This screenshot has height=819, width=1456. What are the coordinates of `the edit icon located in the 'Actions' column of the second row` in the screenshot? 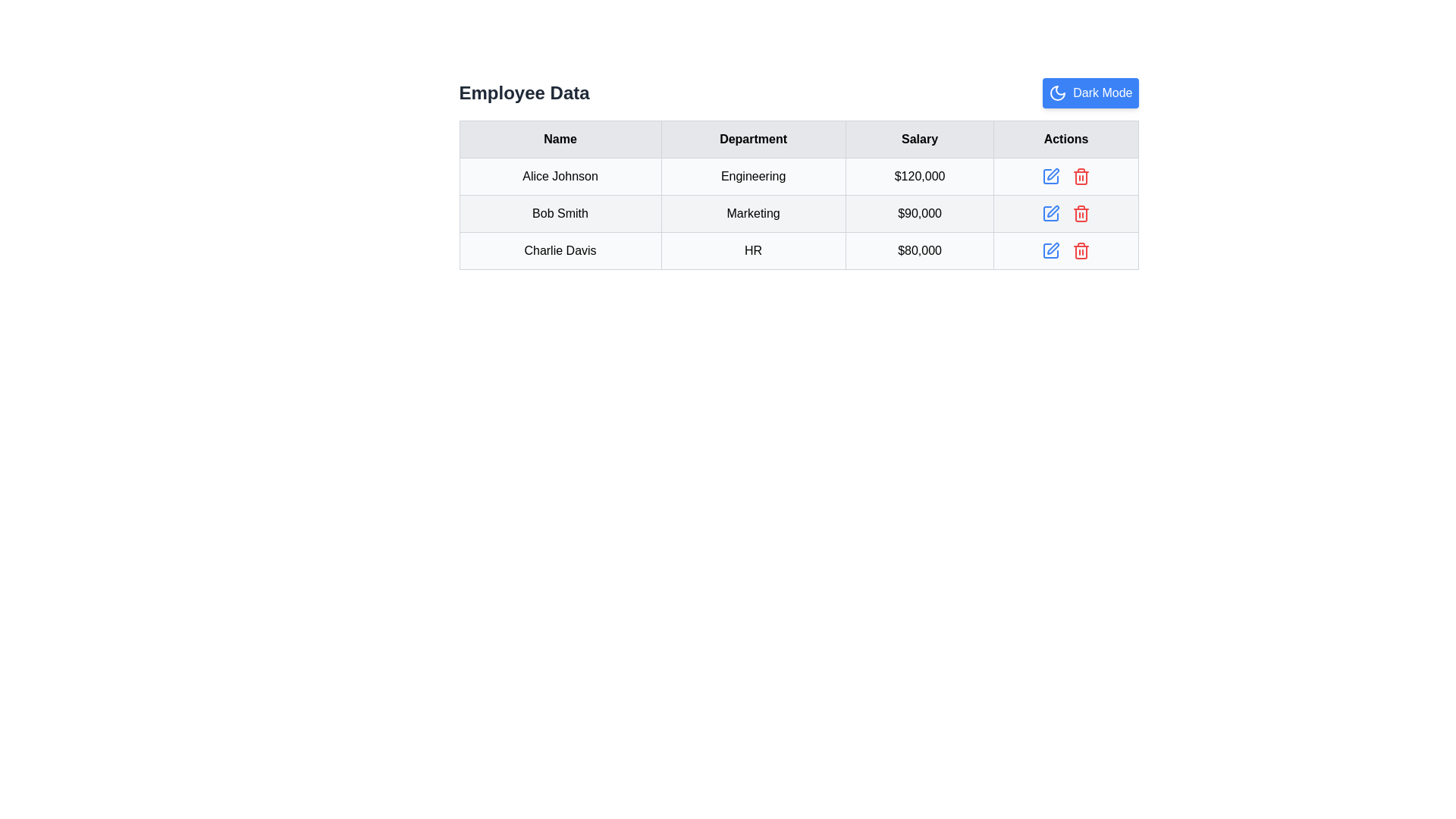 It's located at (1051, 211).